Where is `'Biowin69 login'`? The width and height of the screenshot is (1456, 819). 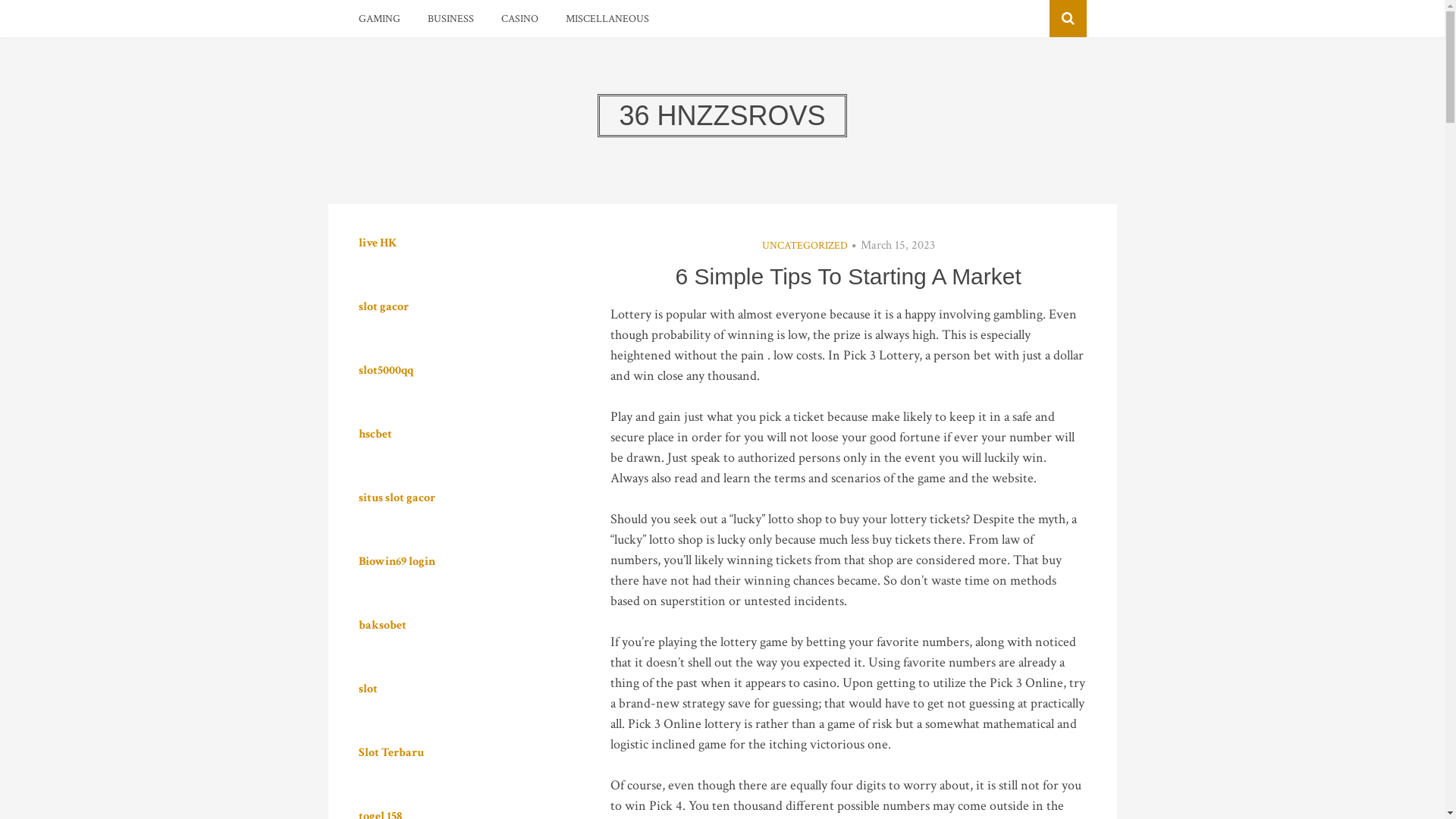 'Biowin69 login' is located at coordinates (396, 561).